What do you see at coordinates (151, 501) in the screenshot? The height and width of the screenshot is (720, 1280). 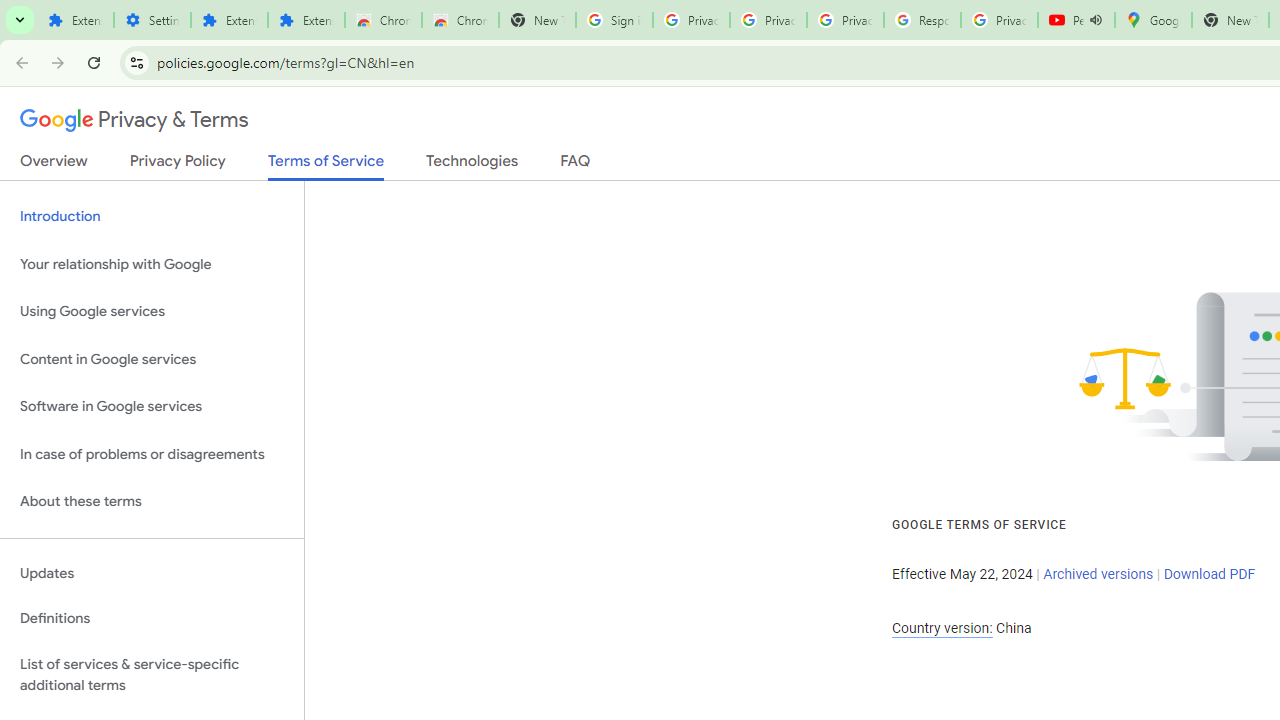 I see `'About these terms'` at bounding box center [151, 501].